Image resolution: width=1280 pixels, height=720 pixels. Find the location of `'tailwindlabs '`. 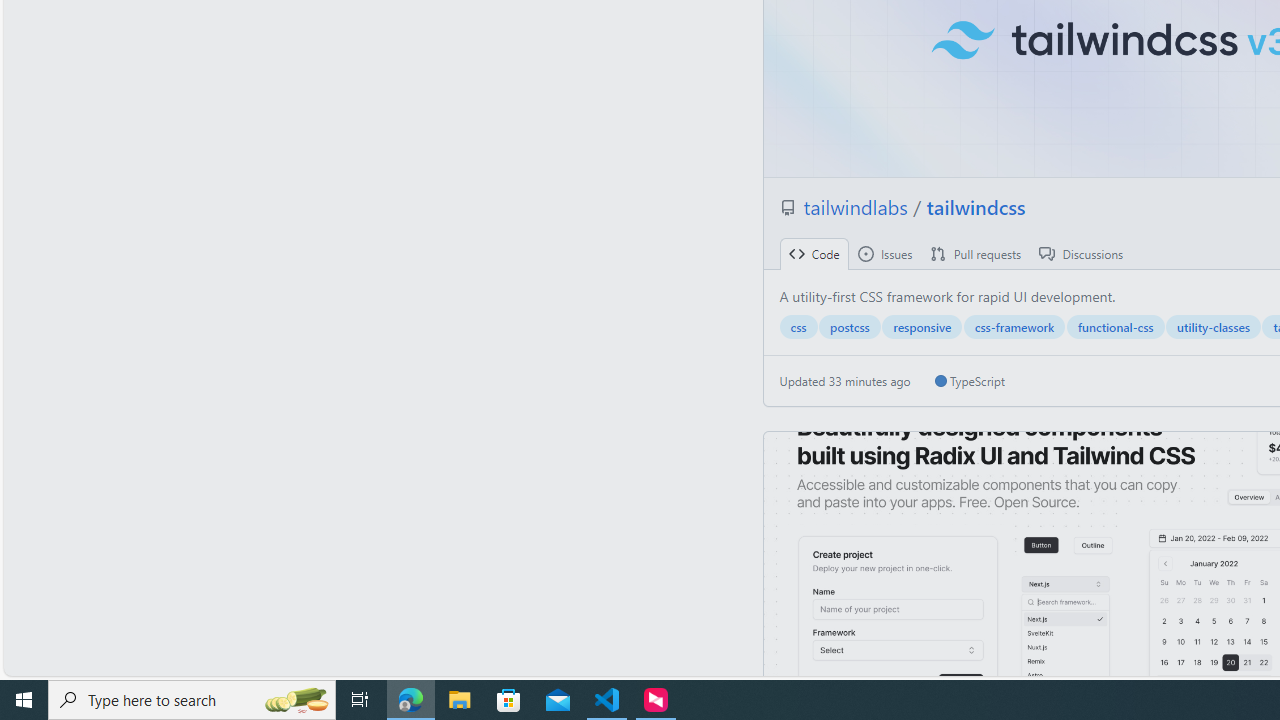

'tailwindlabs ' is located at coordinates (858, 206).